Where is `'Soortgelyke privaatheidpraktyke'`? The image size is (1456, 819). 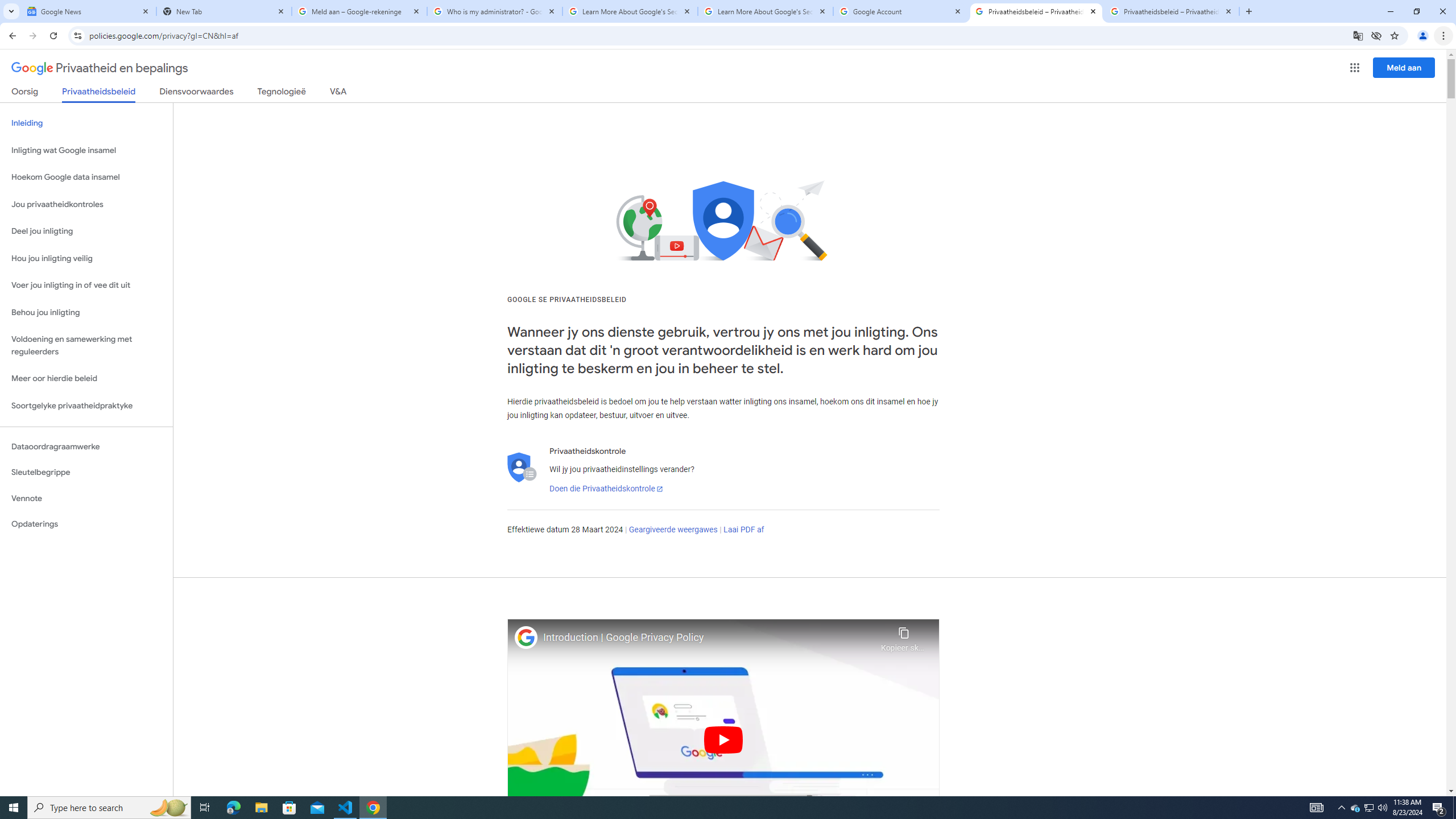 'Soortgelyke privaatheidpraktyke' is located at coordinates (86, 405).